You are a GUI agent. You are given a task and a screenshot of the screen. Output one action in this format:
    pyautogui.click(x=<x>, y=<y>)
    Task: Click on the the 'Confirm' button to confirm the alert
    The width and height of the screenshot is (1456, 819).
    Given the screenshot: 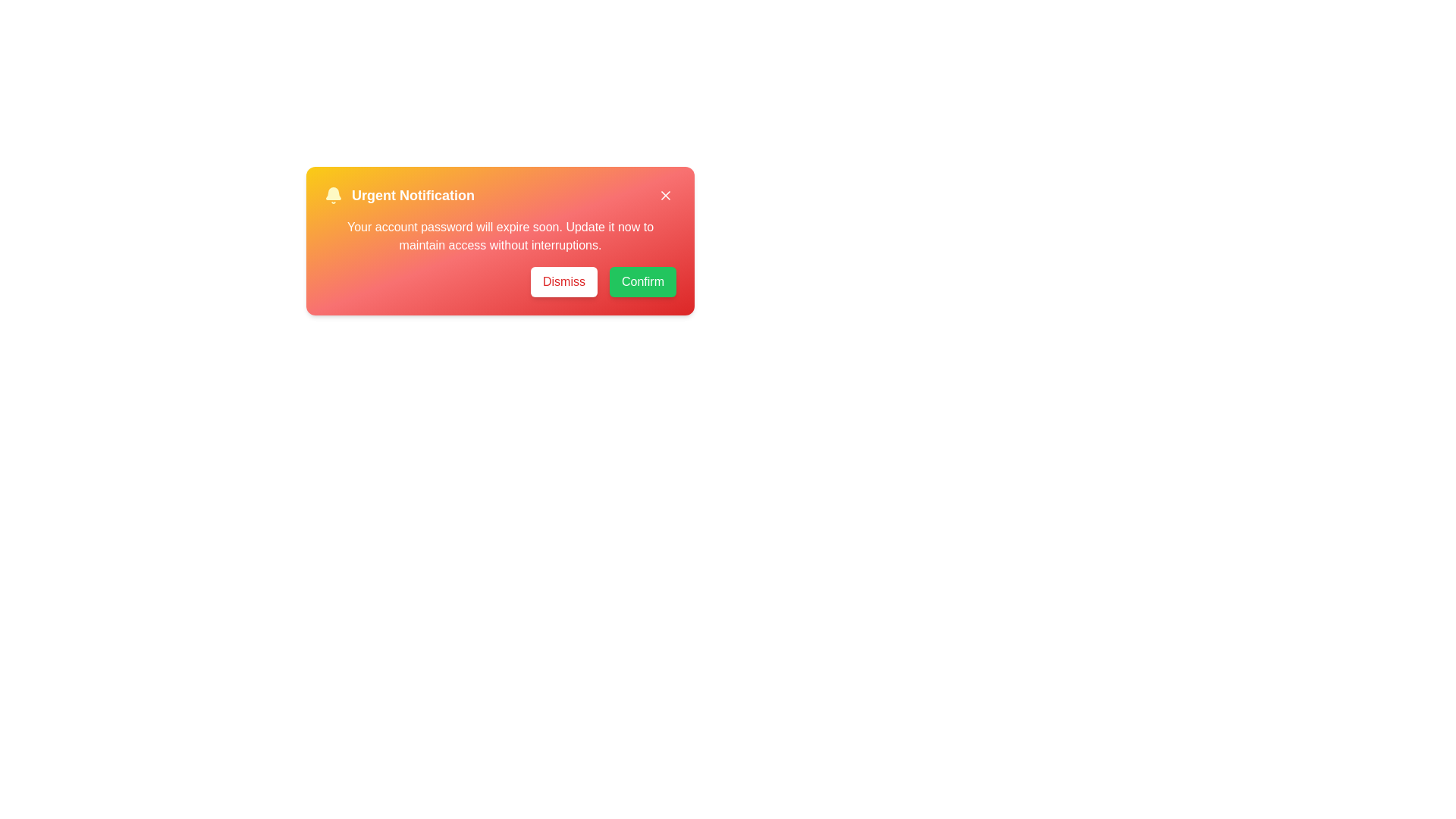 What is the action you would take?
    pyautogui.click(x=643, y=281)
    